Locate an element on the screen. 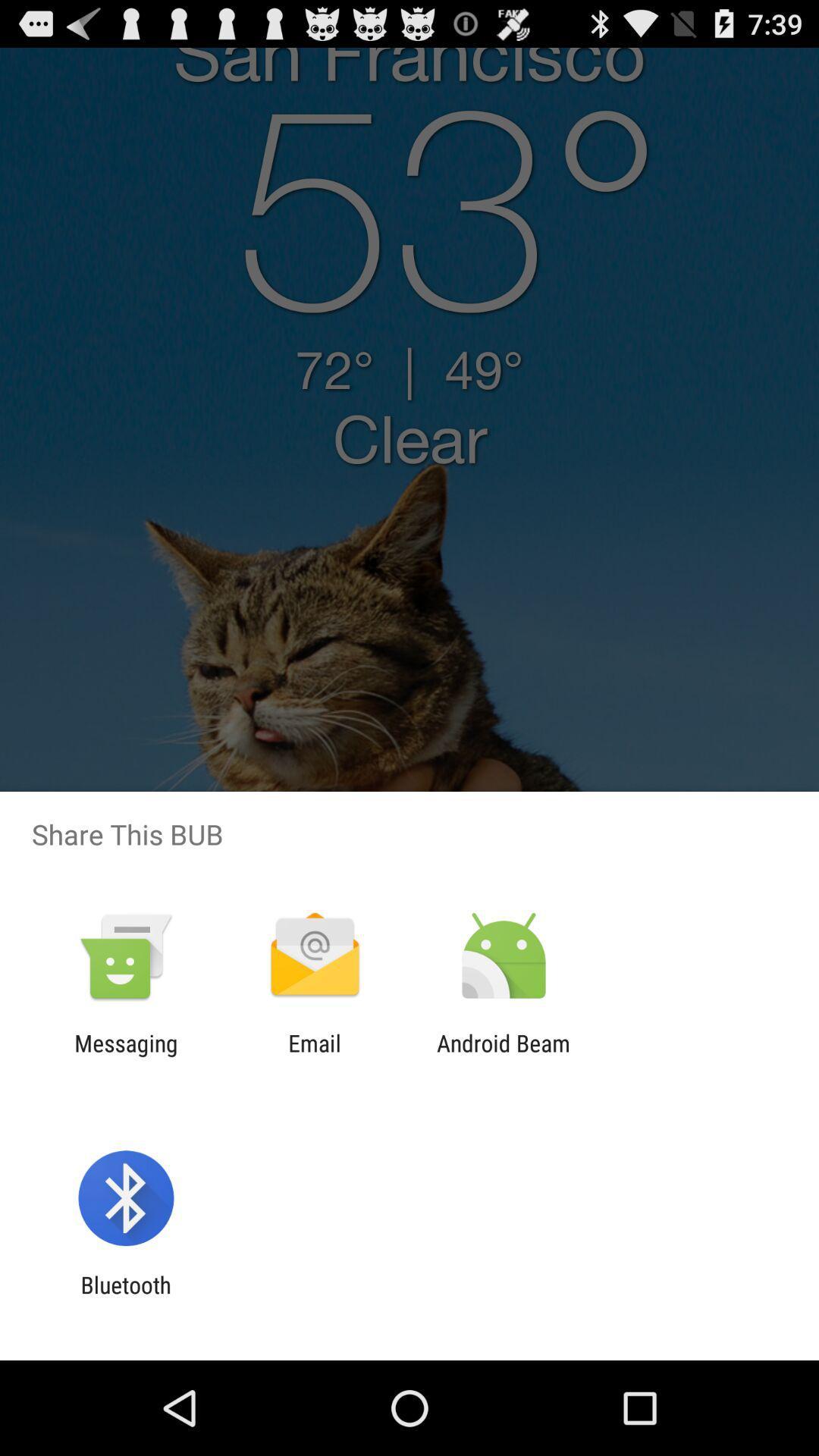  the app next to the android beam is located at coordinates (314, 1056).